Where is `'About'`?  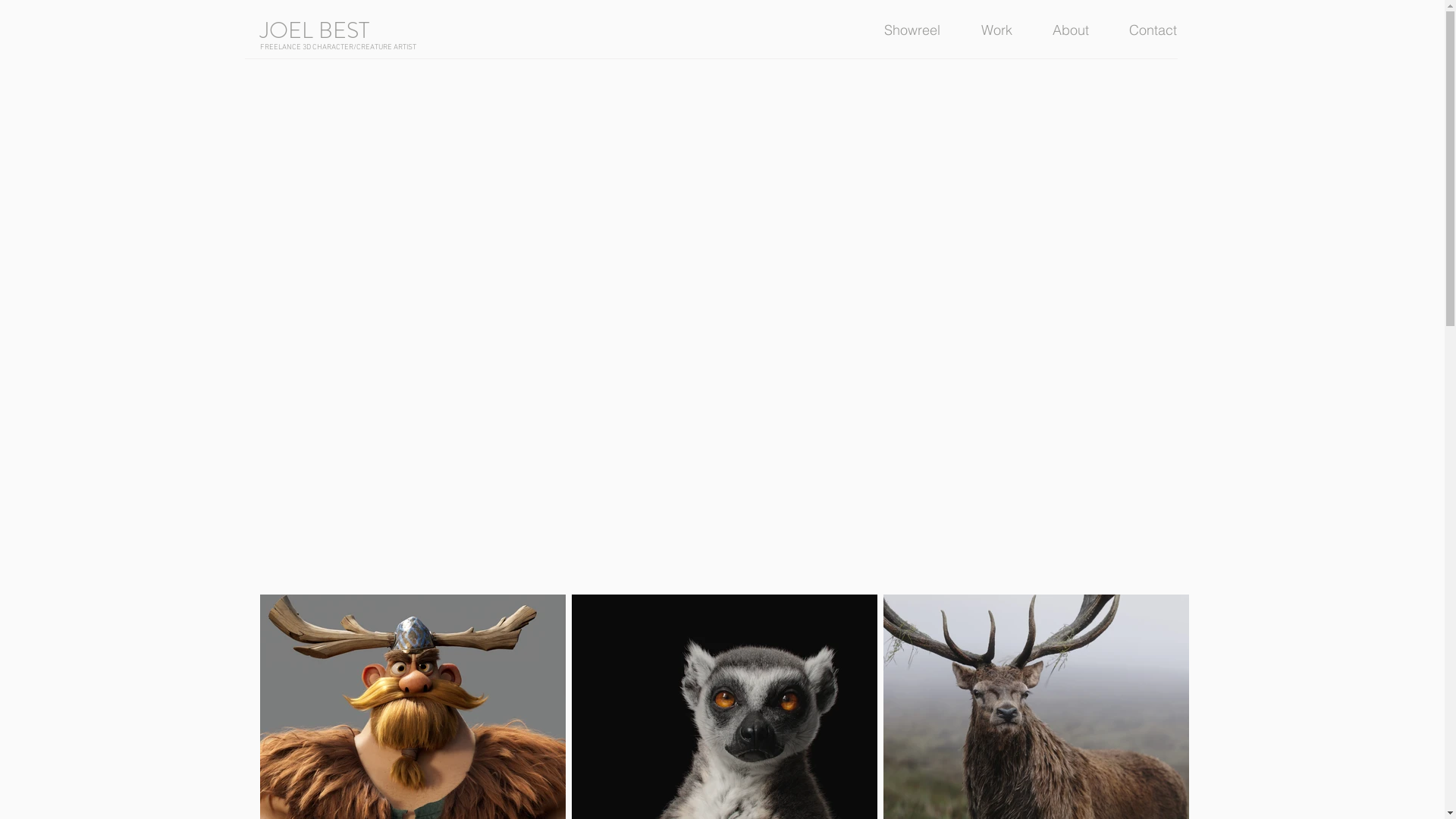
'About' is located at coordinates (1040, 30).